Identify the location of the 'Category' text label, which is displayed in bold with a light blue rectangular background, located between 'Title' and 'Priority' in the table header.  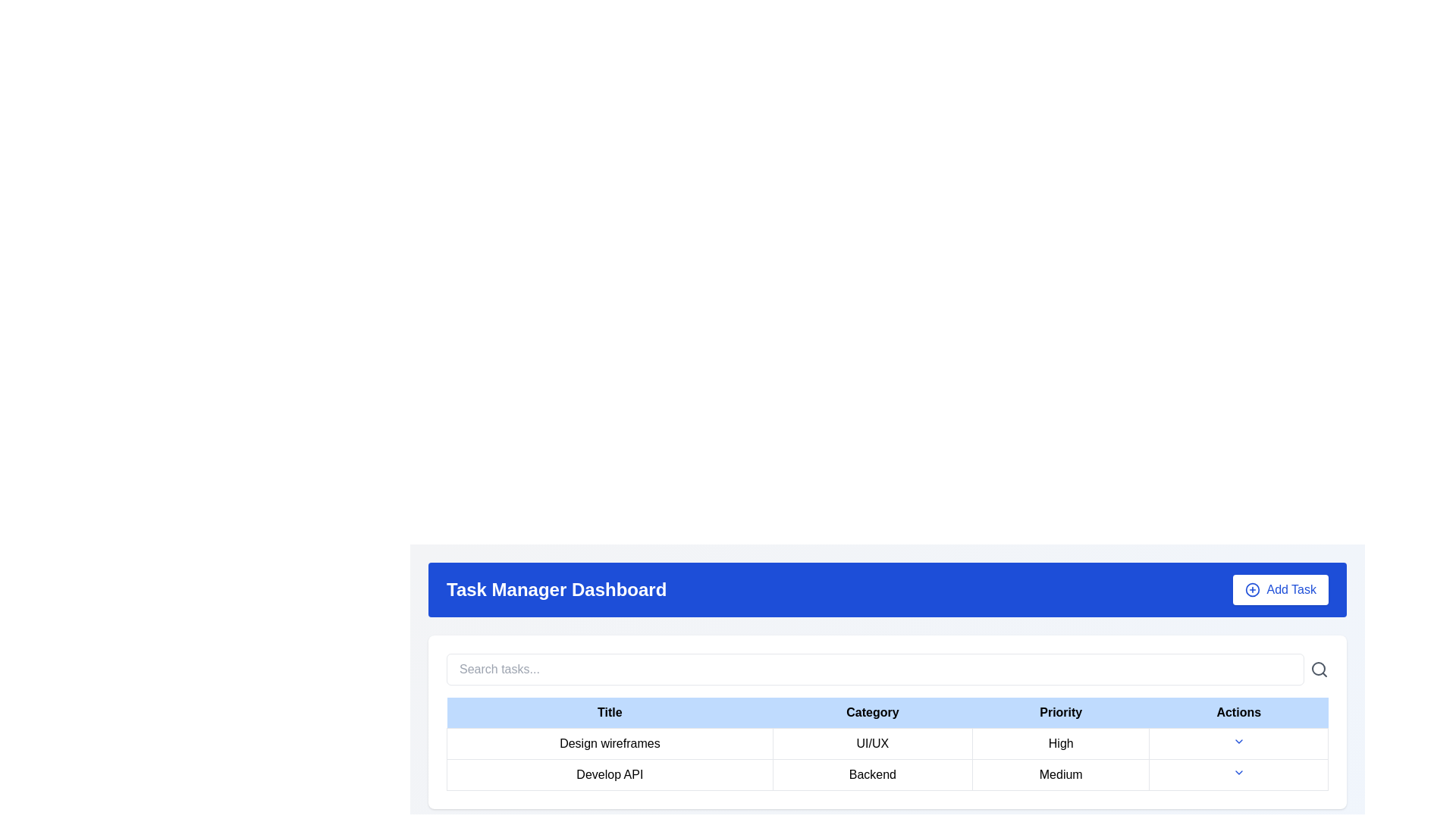
(872, 713).